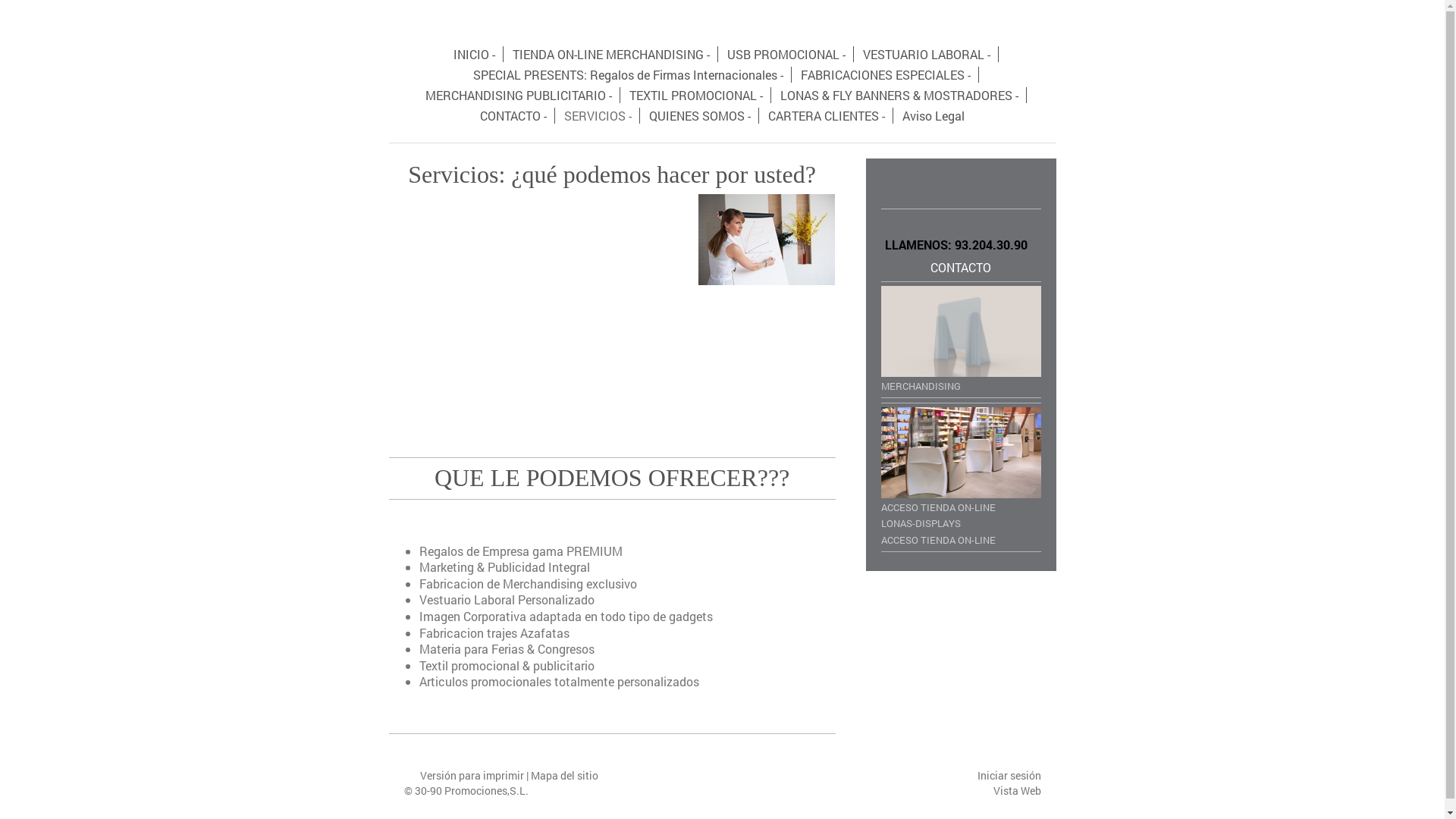 The height and width of the screenshot is (819, 1456). Describe the element at coordinates (629, 74) in the screenshot. I see `'SPECIAL PRESENTS: Regalos de Firmas Internacionales -'` at that location.